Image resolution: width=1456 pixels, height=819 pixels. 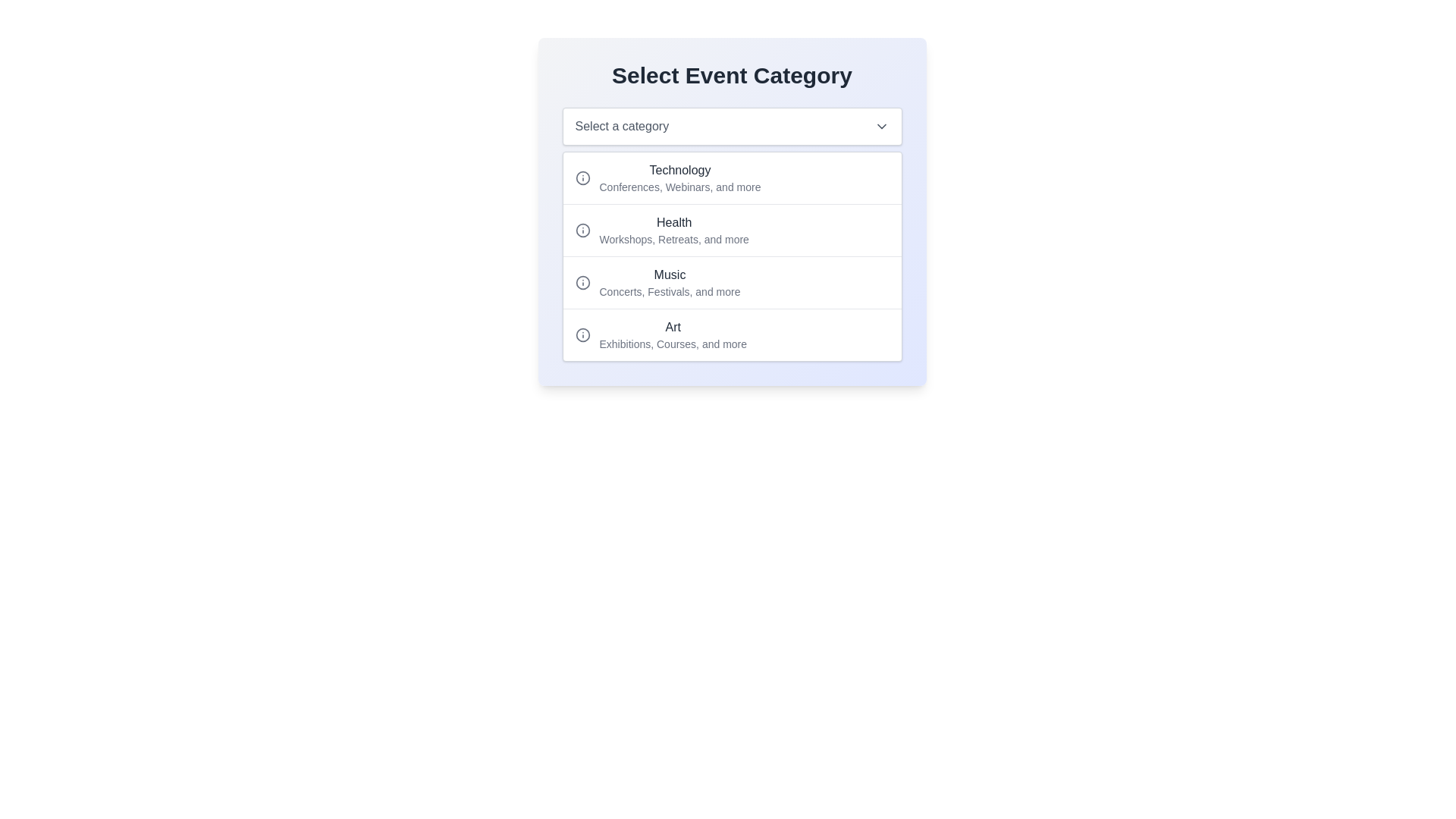 I want to click on the circular graphical icon element with a diameter of 20 units, located in the fourth row associated with 'Art', styled with no fill and a matching gray border, so click(x=582, y=334).